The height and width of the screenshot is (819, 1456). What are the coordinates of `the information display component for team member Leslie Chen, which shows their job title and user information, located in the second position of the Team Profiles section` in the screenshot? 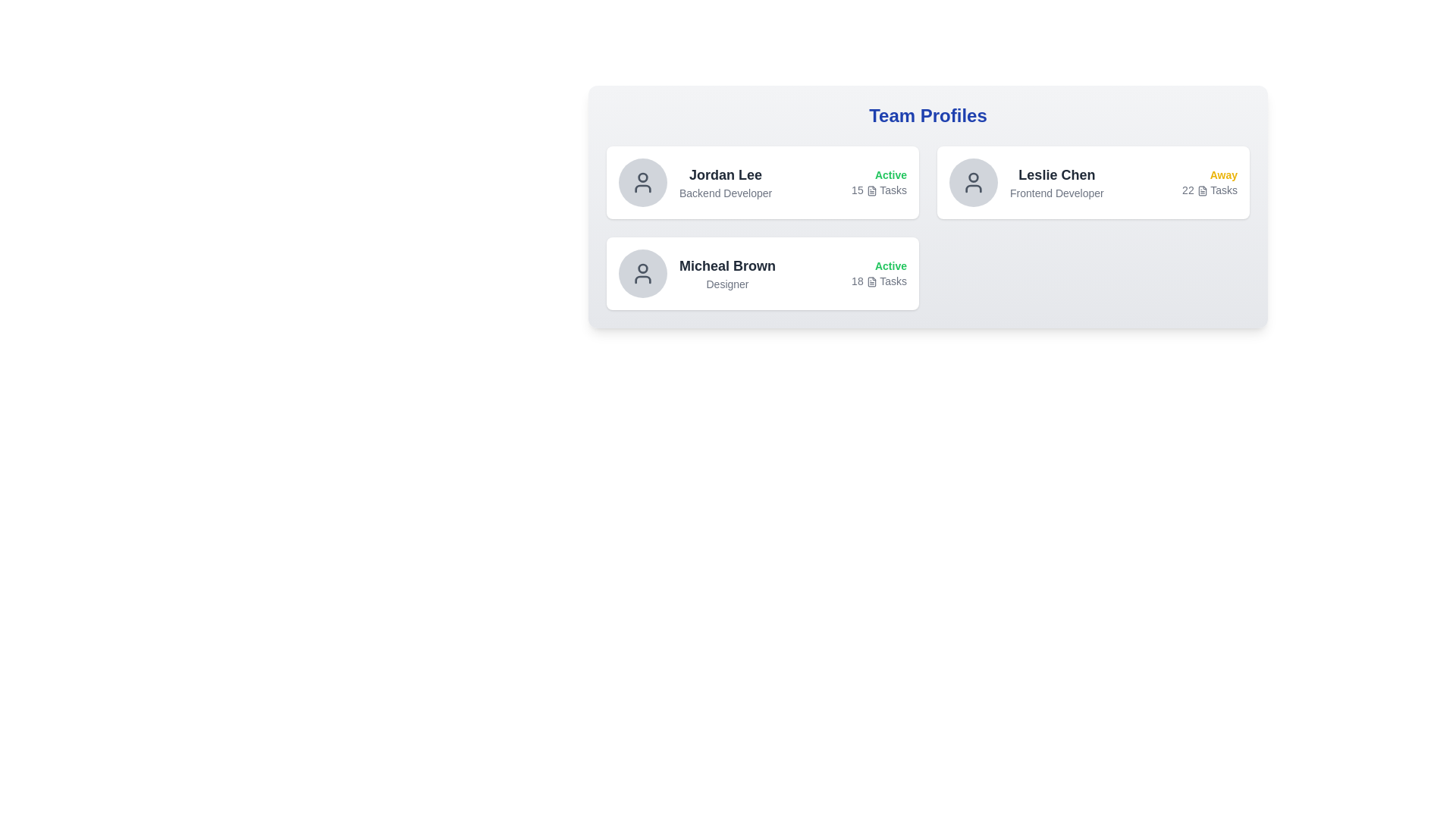 It's located at (1026, 181).